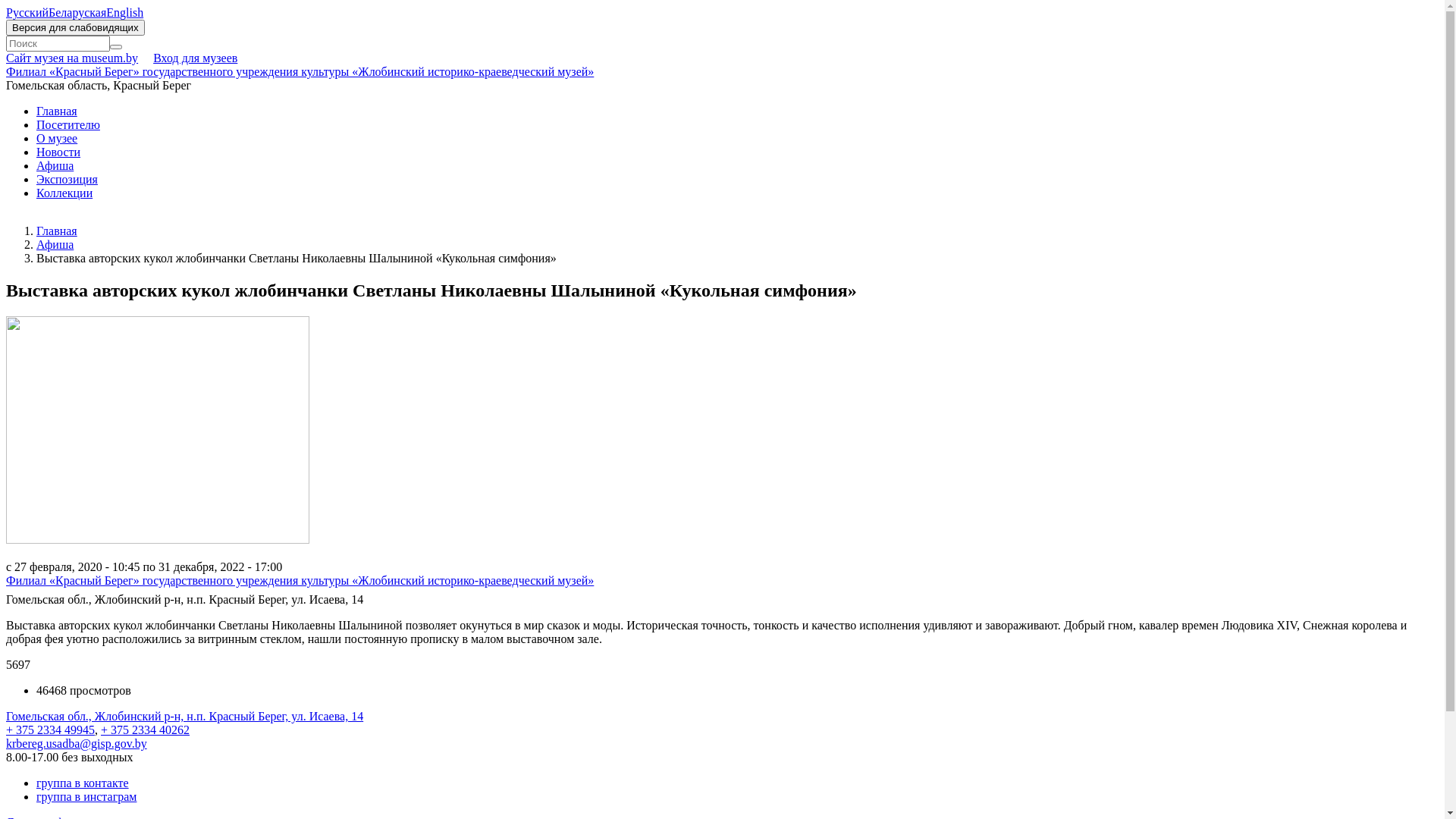 This screenshot has height=819, width=1456. I want to click on '+ 375 2334 49945', so click(50, 729).